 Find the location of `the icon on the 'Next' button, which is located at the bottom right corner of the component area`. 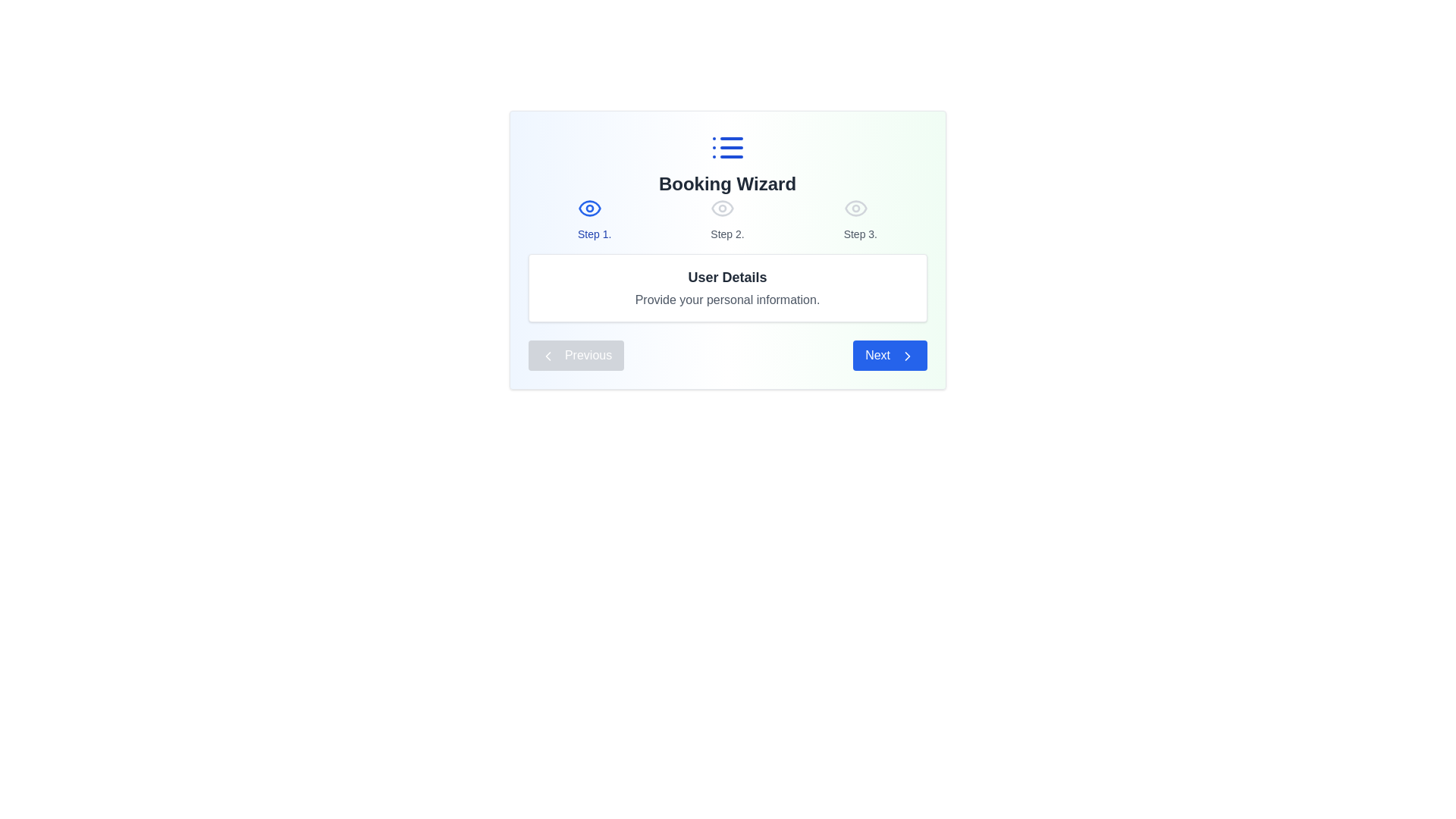

the icon on the 'Next' button, which is located at the bottom right corner of the component area is located at coordinates (907, 356).